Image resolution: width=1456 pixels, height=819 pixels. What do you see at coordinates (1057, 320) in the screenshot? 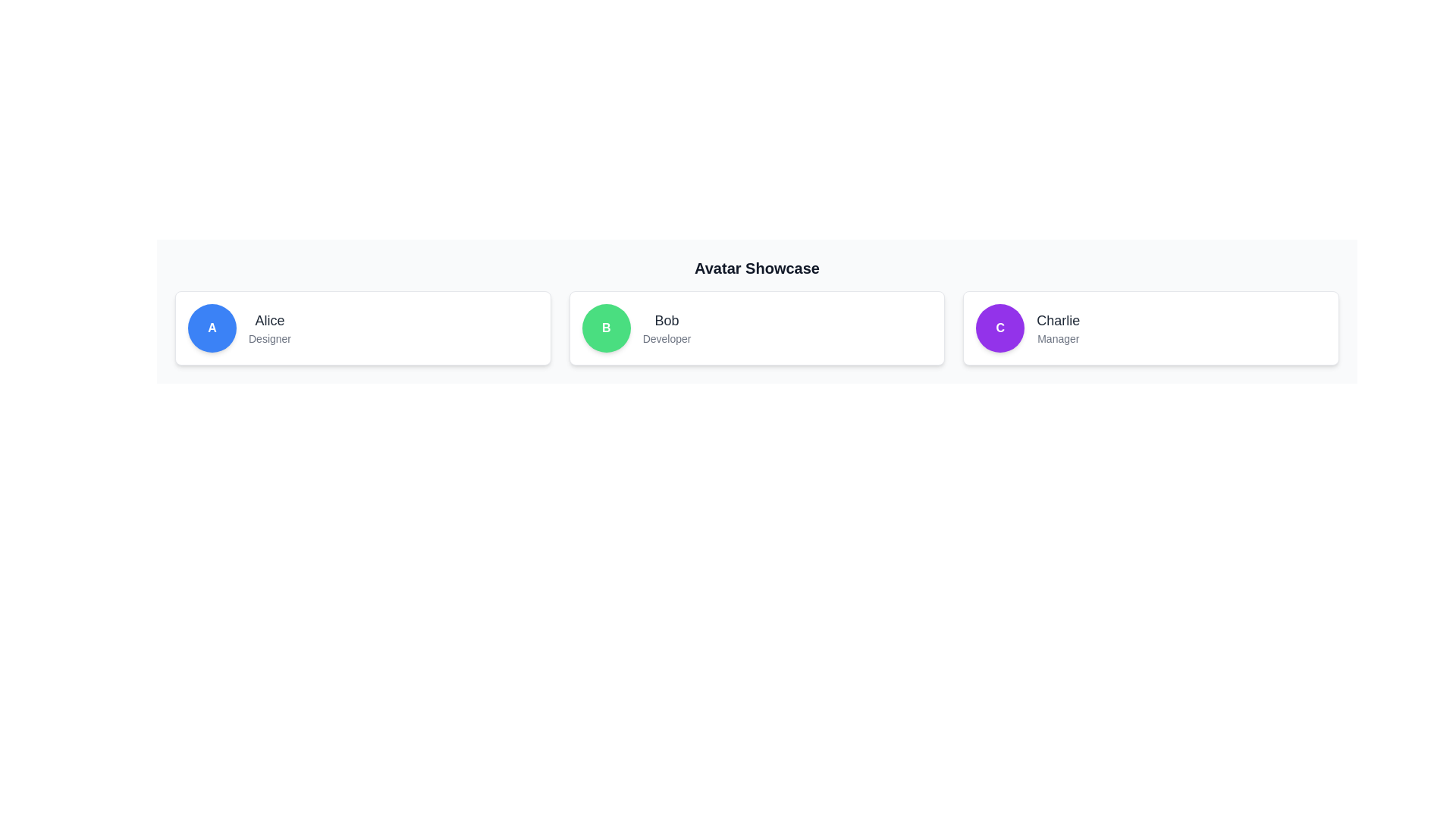
I see `the text label displaying a person's name, located in the rightmost card of a row of three cards, above the smaller text 'Manager' and adjacent to a purple circular avatar with the letter 'C'` at bounding box center [1057, 320].